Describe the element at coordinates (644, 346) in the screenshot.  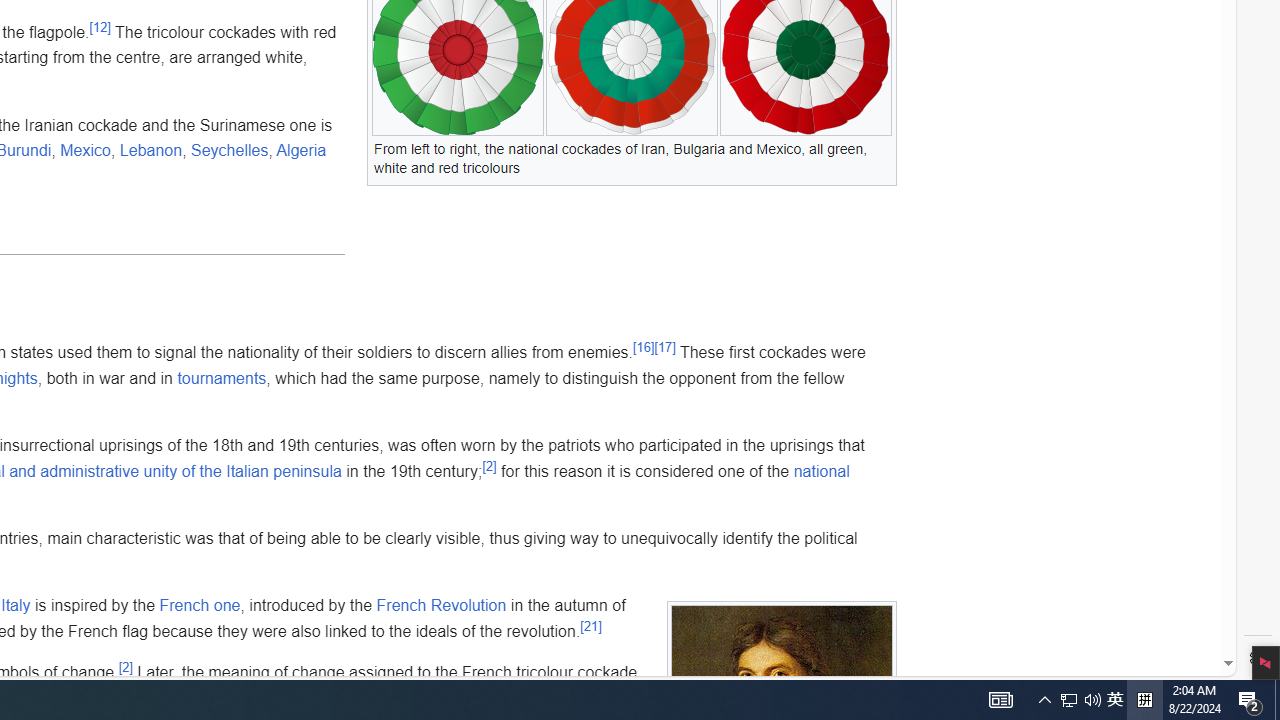
I see `'[16]'` at that location.